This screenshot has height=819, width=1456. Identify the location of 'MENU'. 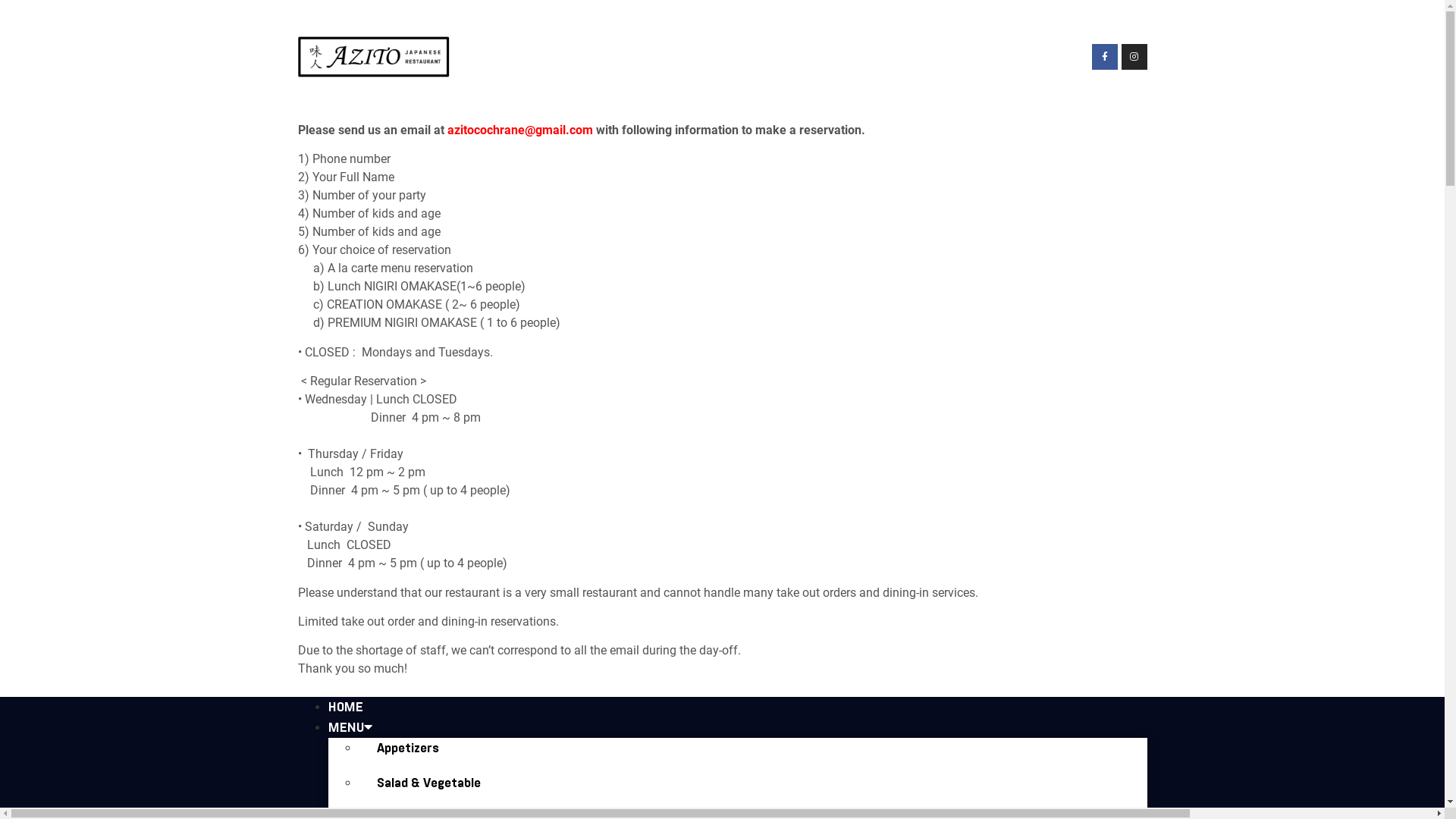
(348, 726).